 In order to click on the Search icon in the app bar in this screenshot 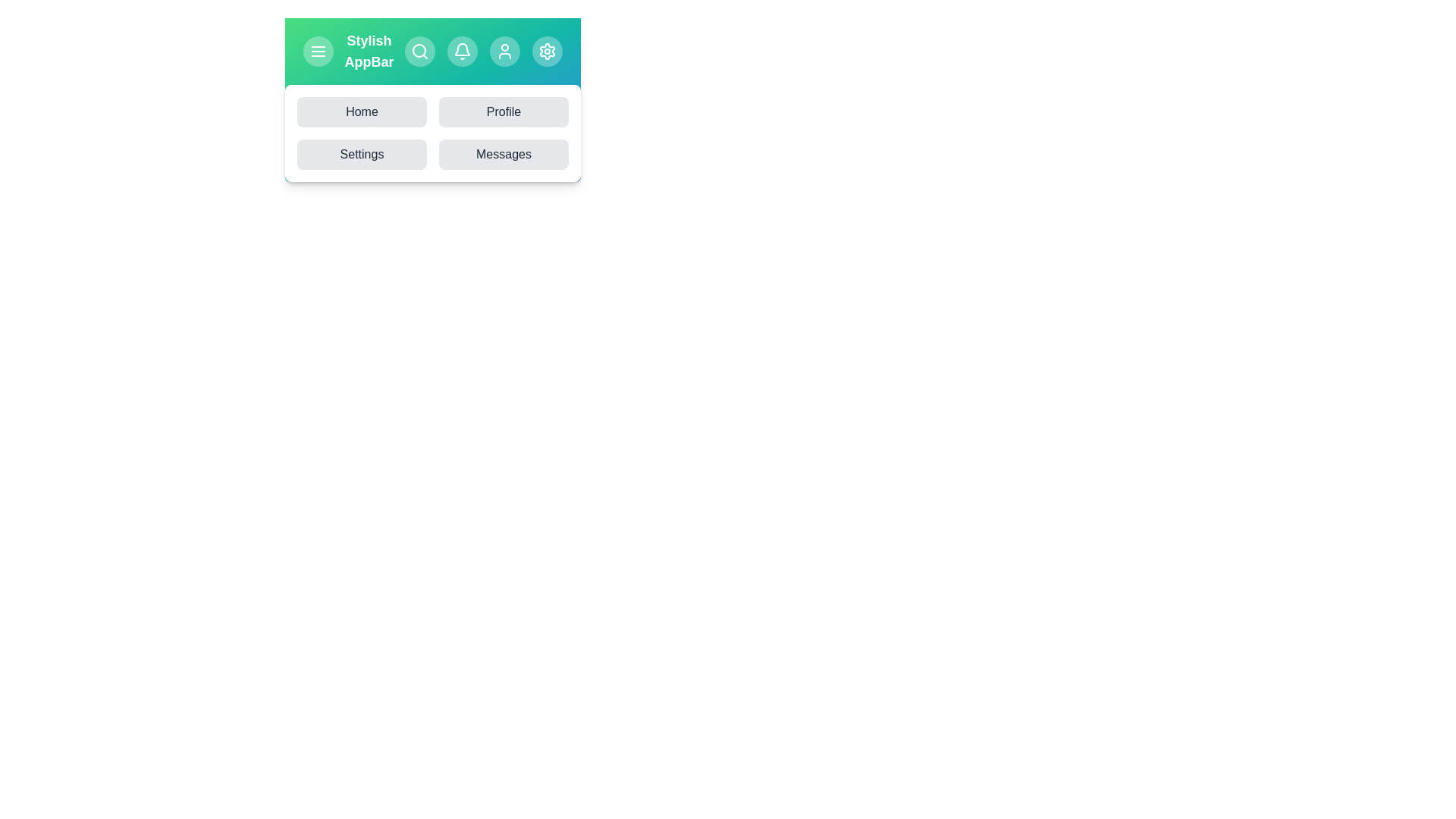, I will do `click(419, 51)`.